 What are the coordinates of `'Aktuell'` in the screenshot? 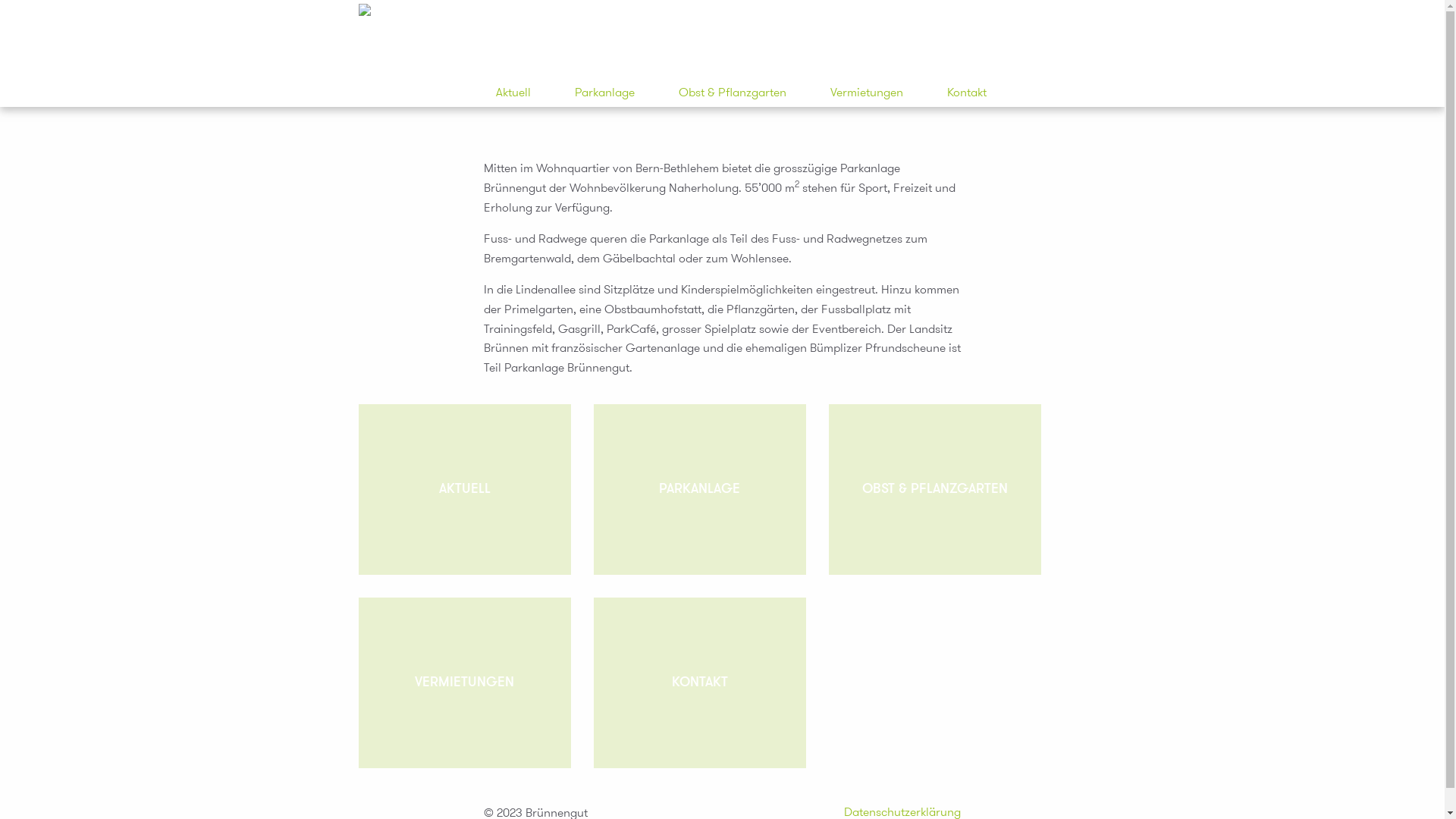 It's located at (513, 93).